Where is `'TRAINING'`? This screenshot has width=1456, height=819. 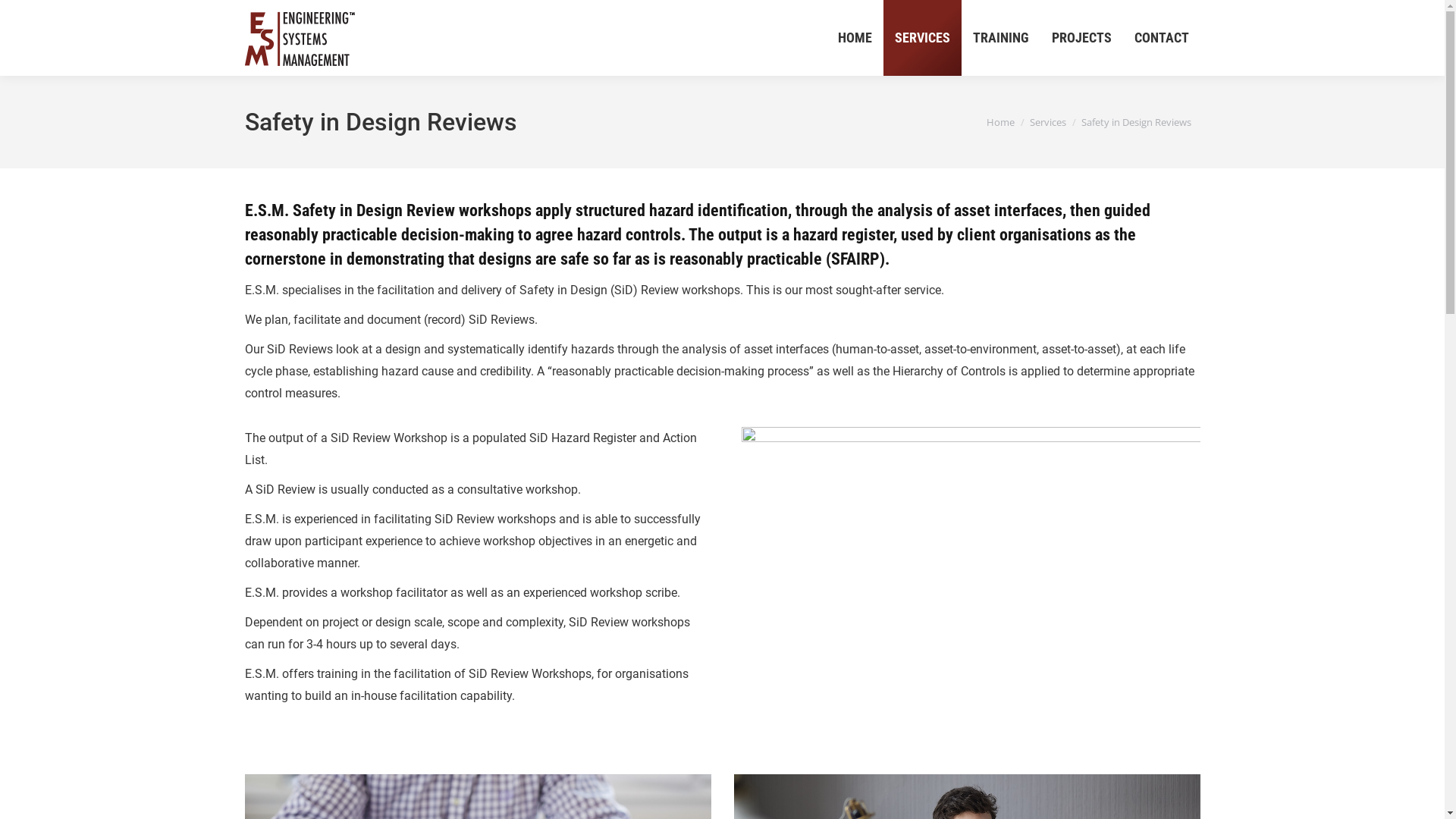 'TRAINING' is located at coordinates (960, 37).